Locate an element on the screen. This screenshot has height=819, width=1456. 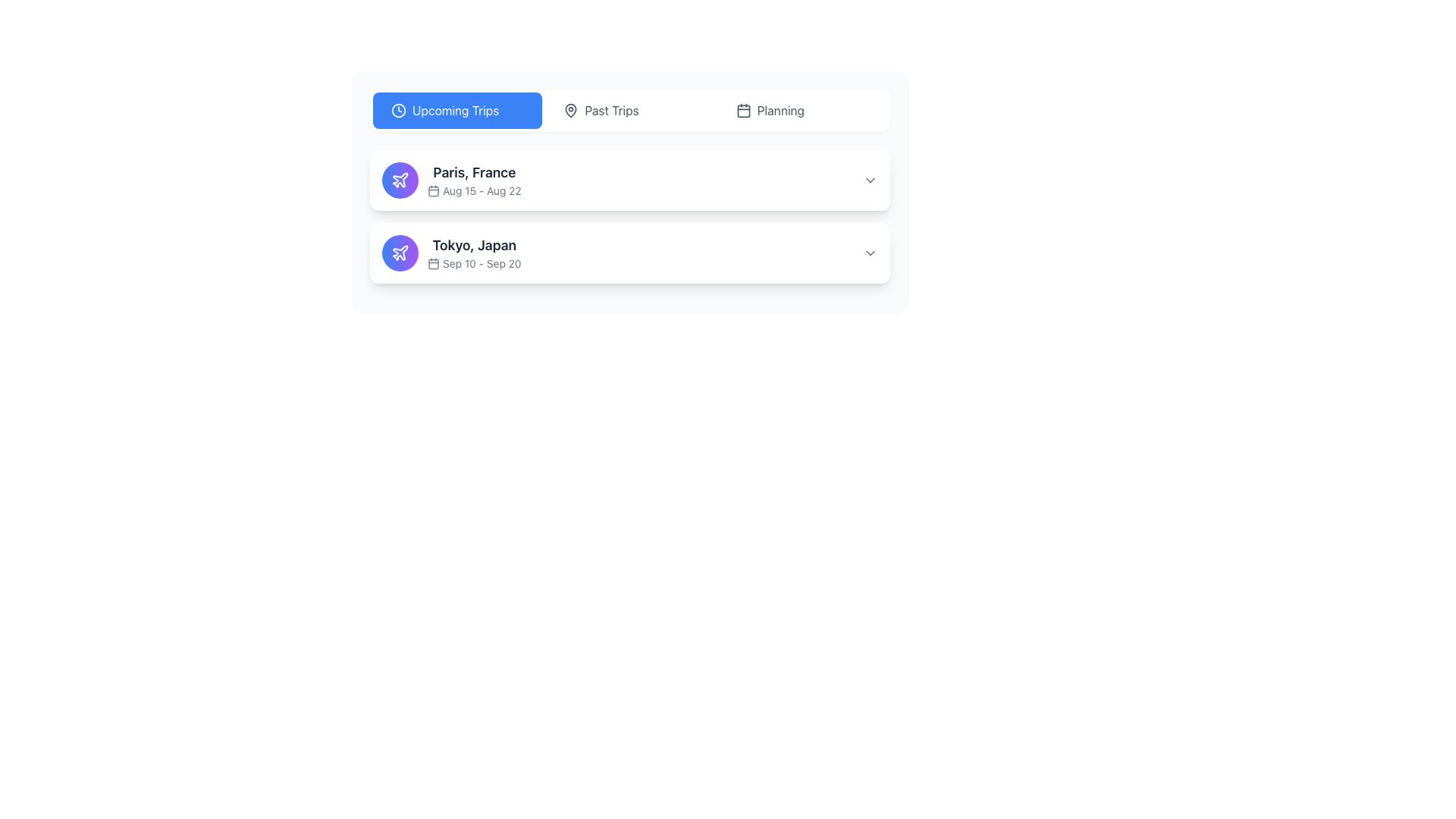
the second icon in the trip list for the 'Tokyo, Japan' trip entry, which visually indicates air travel is located at coordinates (400, 179).